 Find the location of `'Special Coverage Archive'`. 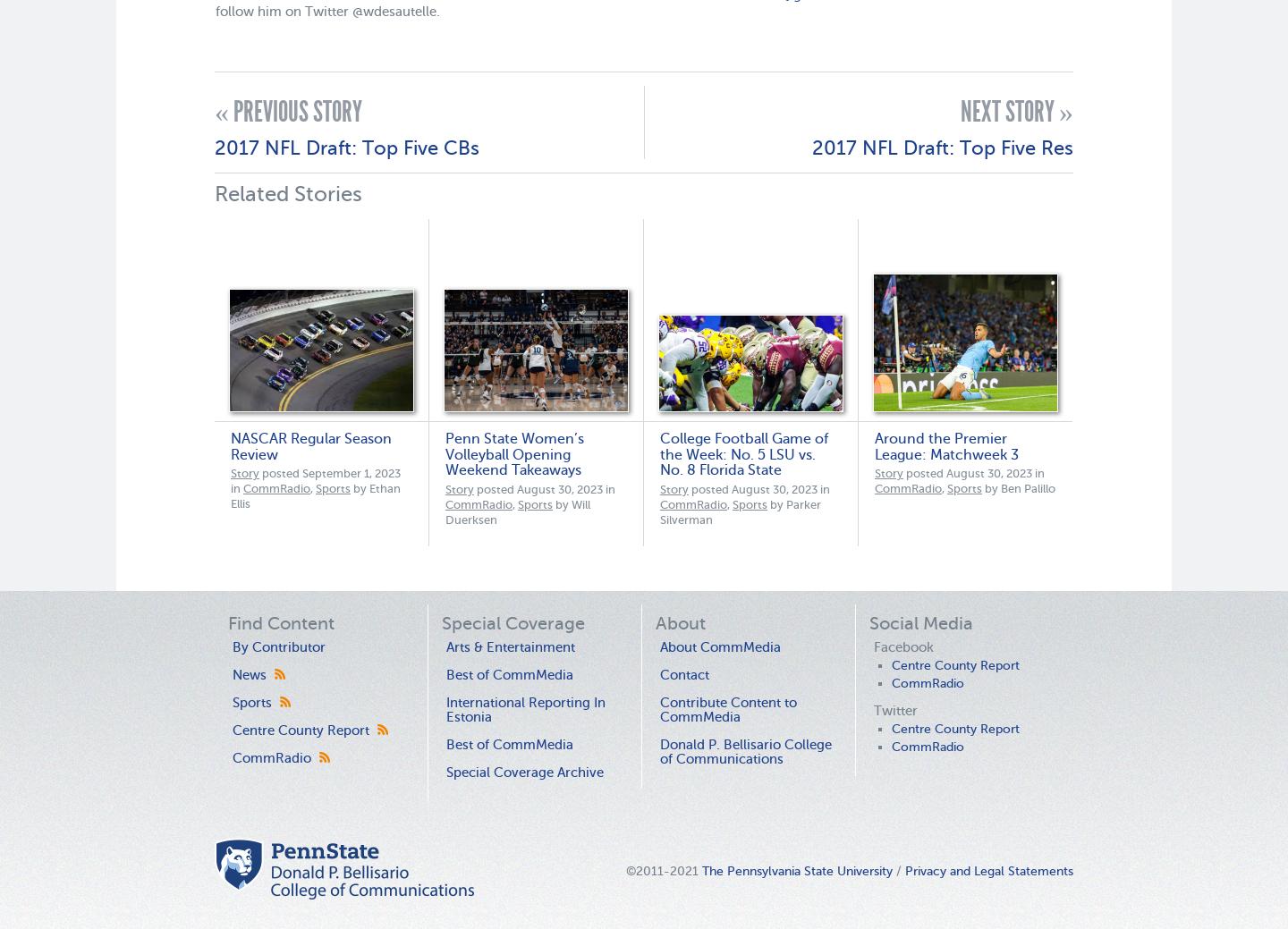

'Special Coverage Archive' is located at coordinates (524, 772).